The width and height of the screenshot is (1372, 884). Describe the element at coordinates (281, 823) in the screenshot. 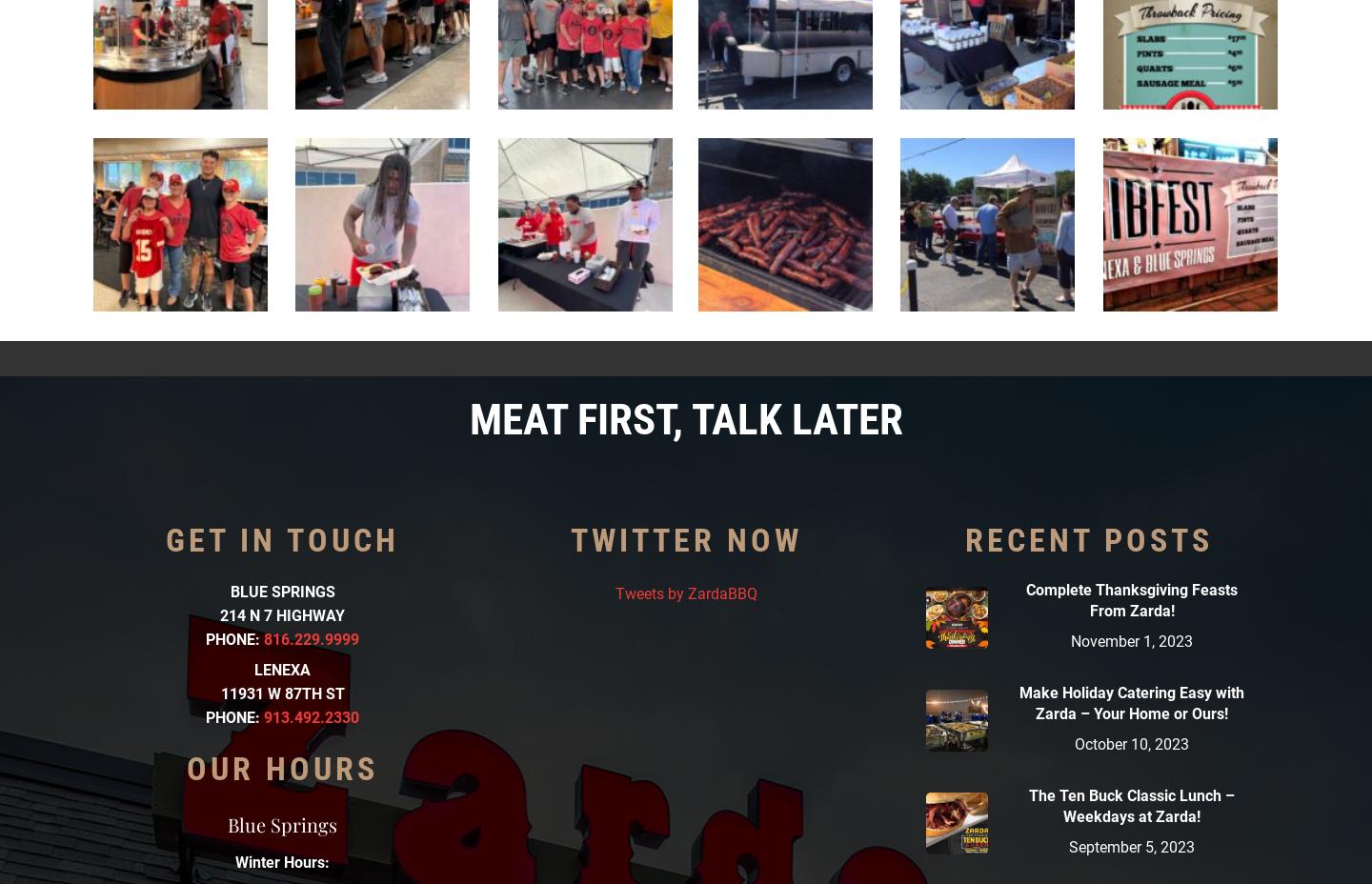

I see `'Blue Springs'` at that location.